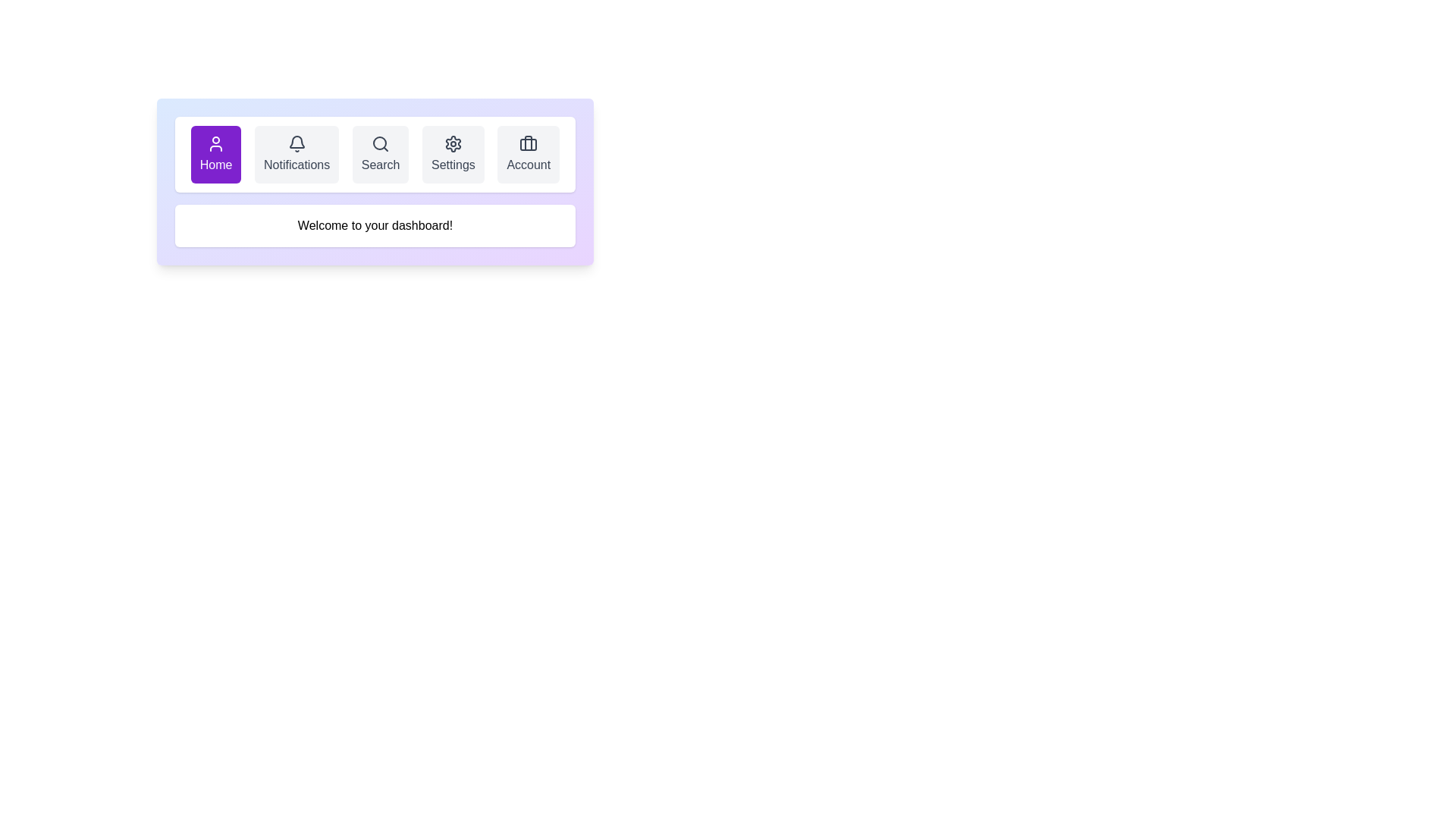 The height and width of the screenshot is (819, 1456). I want to click on the navigational button that redirects to the homepage, located at the top-center of the viewport, so click(215, 155).